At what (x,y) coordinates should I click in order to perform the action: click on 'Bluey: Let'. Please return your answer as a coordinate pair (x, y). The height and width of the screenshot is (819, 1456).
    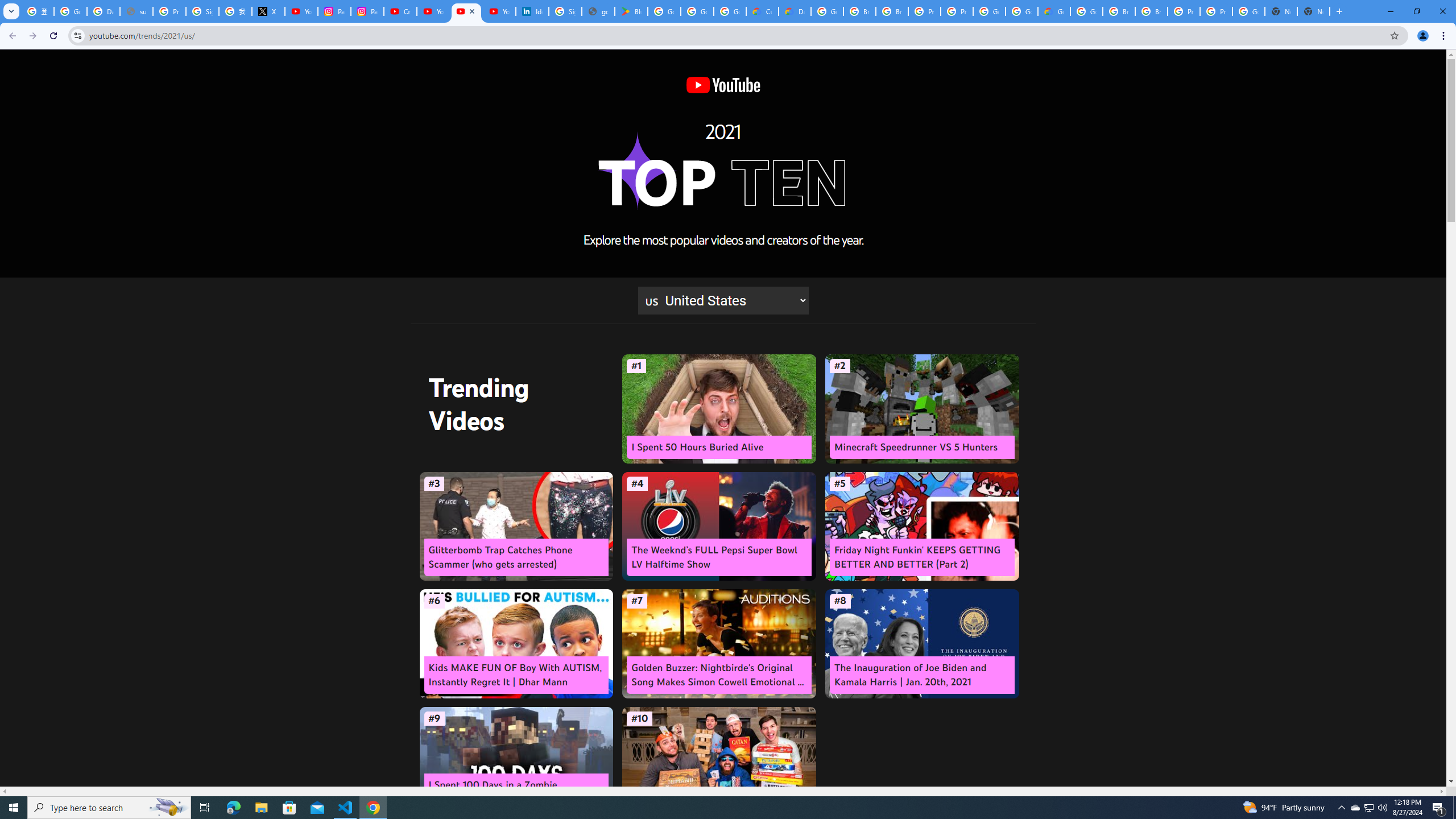
    Looking at the image, I should click on (630, 11).